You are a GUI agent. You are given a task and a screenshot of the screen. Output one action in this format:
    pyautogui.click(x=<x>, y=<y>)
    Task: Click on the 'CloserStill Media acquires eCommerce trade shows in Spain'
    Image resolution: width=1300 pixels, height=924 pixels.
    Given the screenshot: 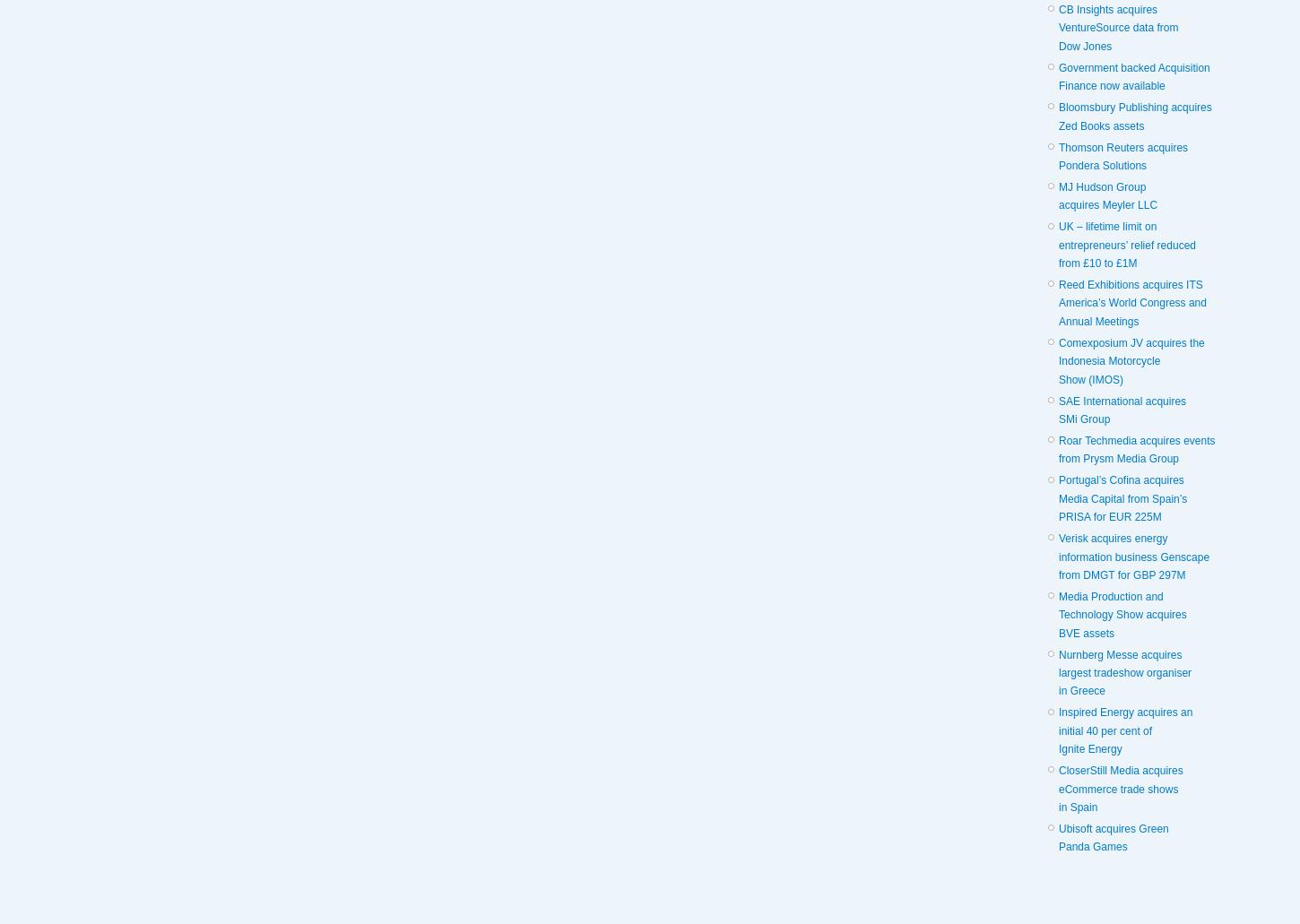 What is the action you would take?
    pyautogui.click(x=1058, y=788)
    